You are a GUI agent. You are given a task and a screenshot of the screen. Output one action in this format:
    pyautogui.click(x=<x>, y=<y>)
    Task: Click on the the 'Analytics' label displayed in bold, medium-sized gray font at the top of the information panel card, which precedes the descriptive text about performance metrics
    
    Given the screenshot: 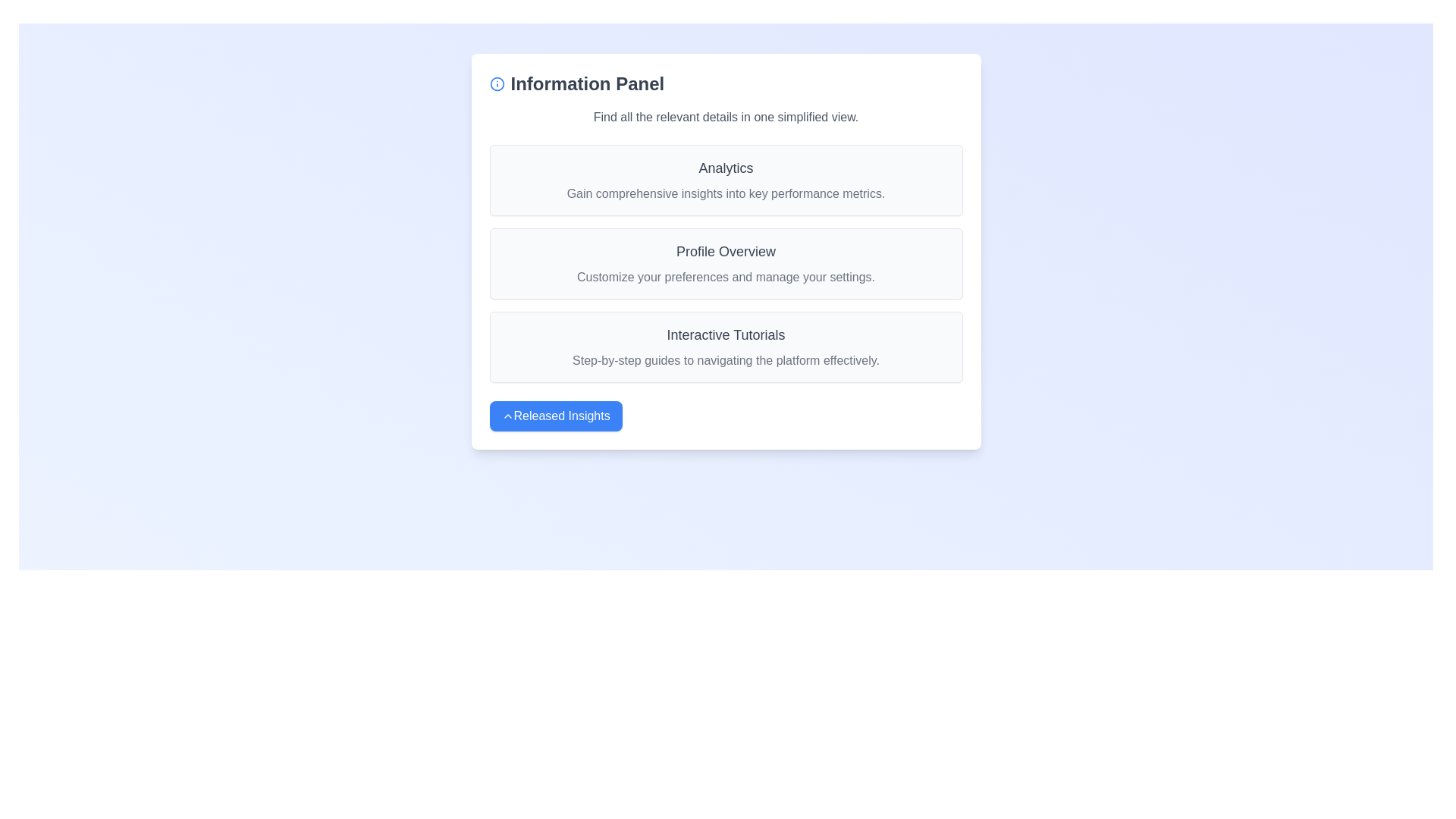 What is the action you would take?
    pyautogui.click(x=725, y=168)
    